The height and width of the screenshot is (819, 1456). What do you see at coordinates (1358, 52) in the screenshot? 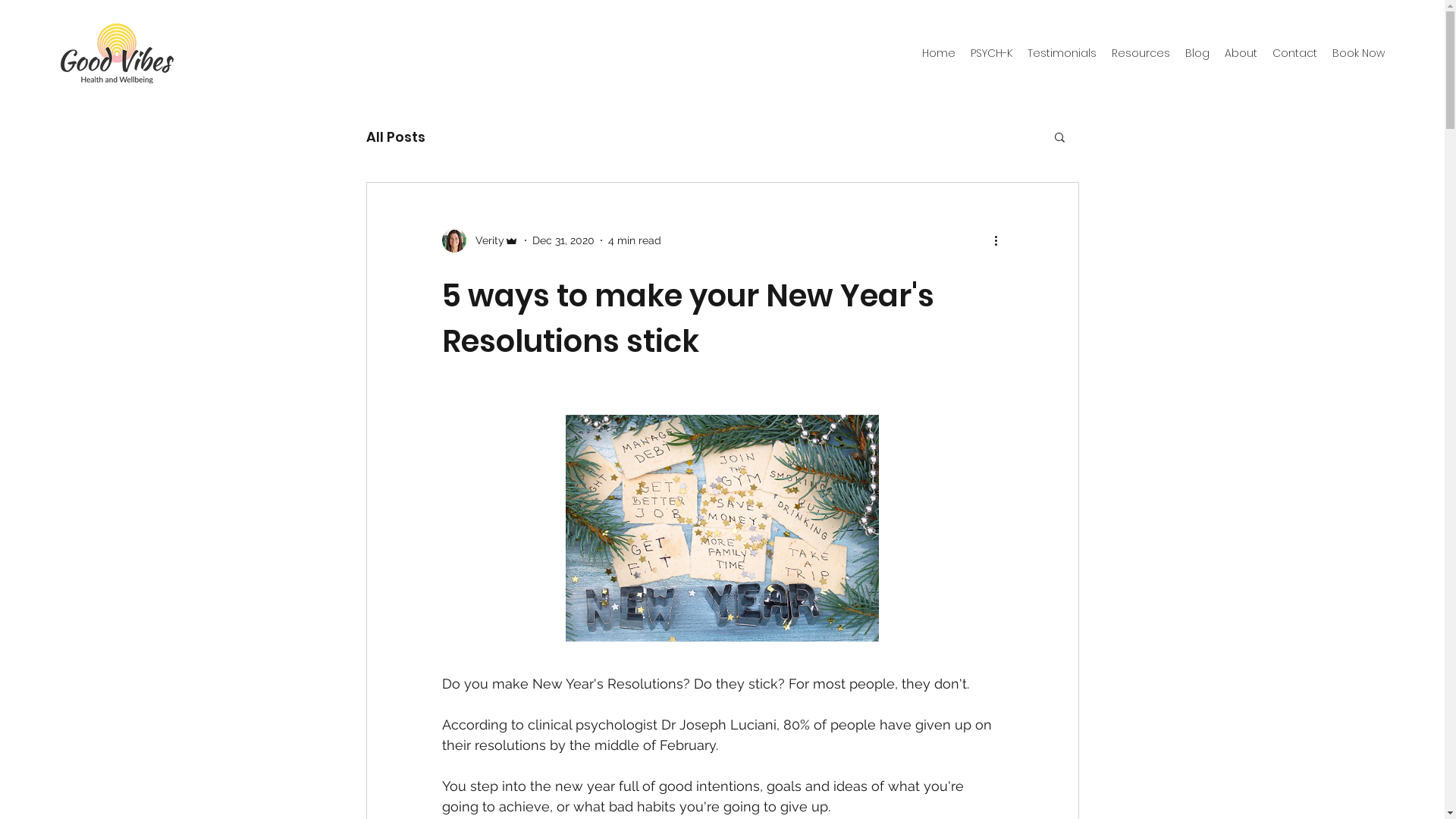
I see `'Book Now'` at bounding box center [1358, 52].